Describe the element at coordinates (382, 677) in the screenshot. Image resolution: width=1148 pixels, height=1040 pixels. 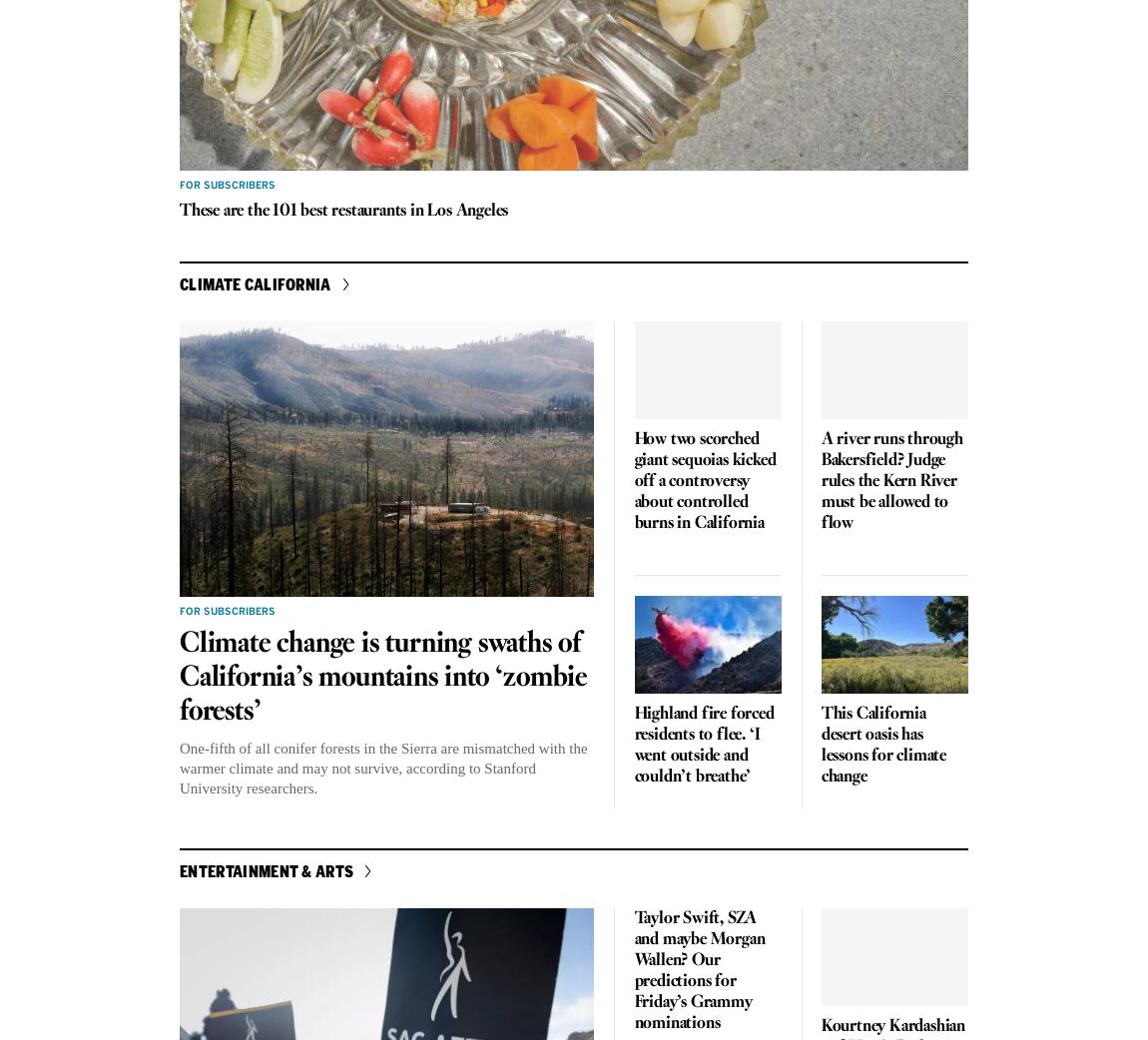
I see `'Climate change is turning swaths of California’s mountains into ‘zombie forests’'` at that location.